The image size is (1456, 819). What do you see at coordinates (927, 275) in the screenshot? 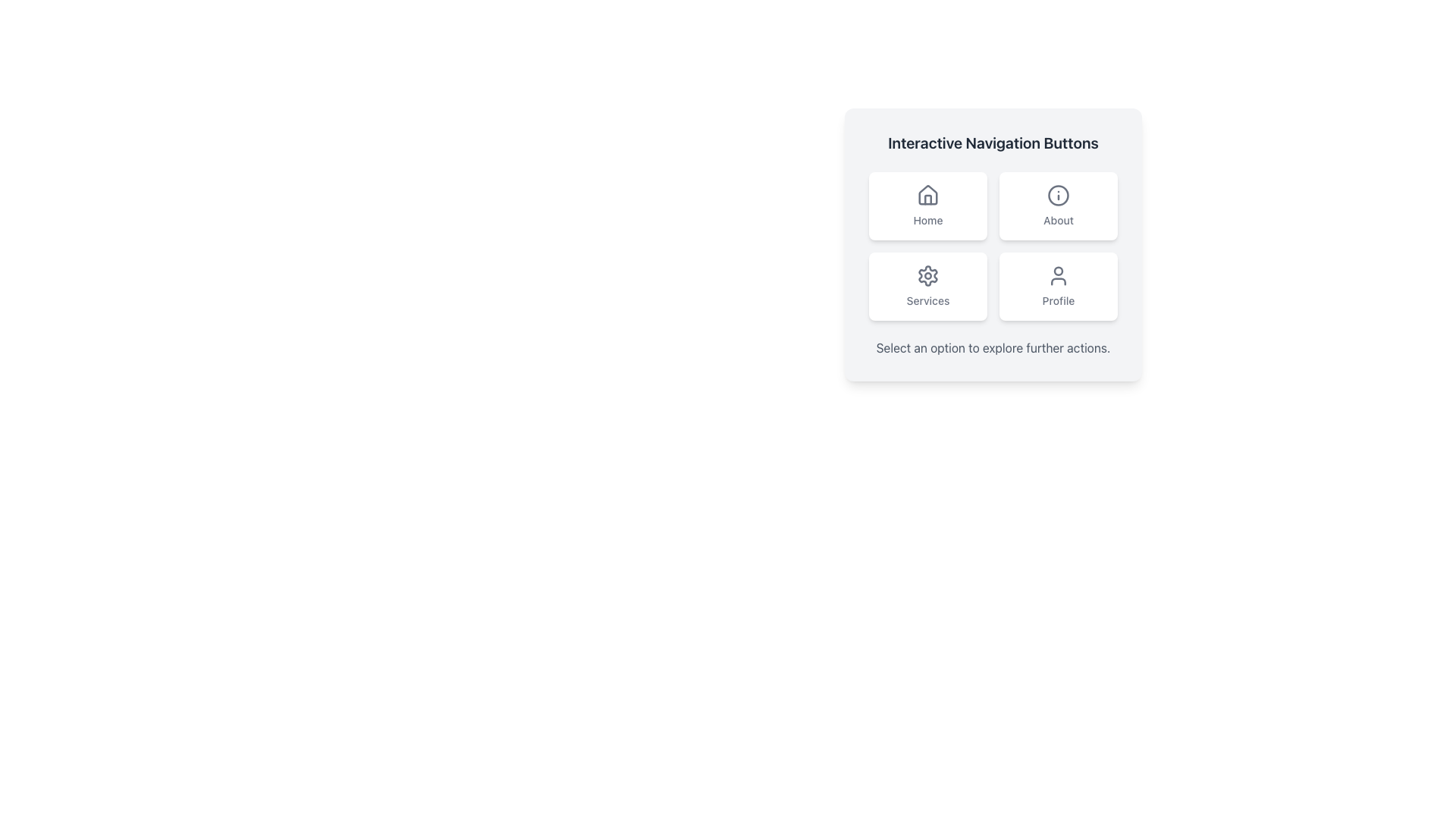
I see `the gear-shaped icon representing settings within the 'Services' button located in the lower-left corner of the interactive navigation area` at bounding box center [927, 275].